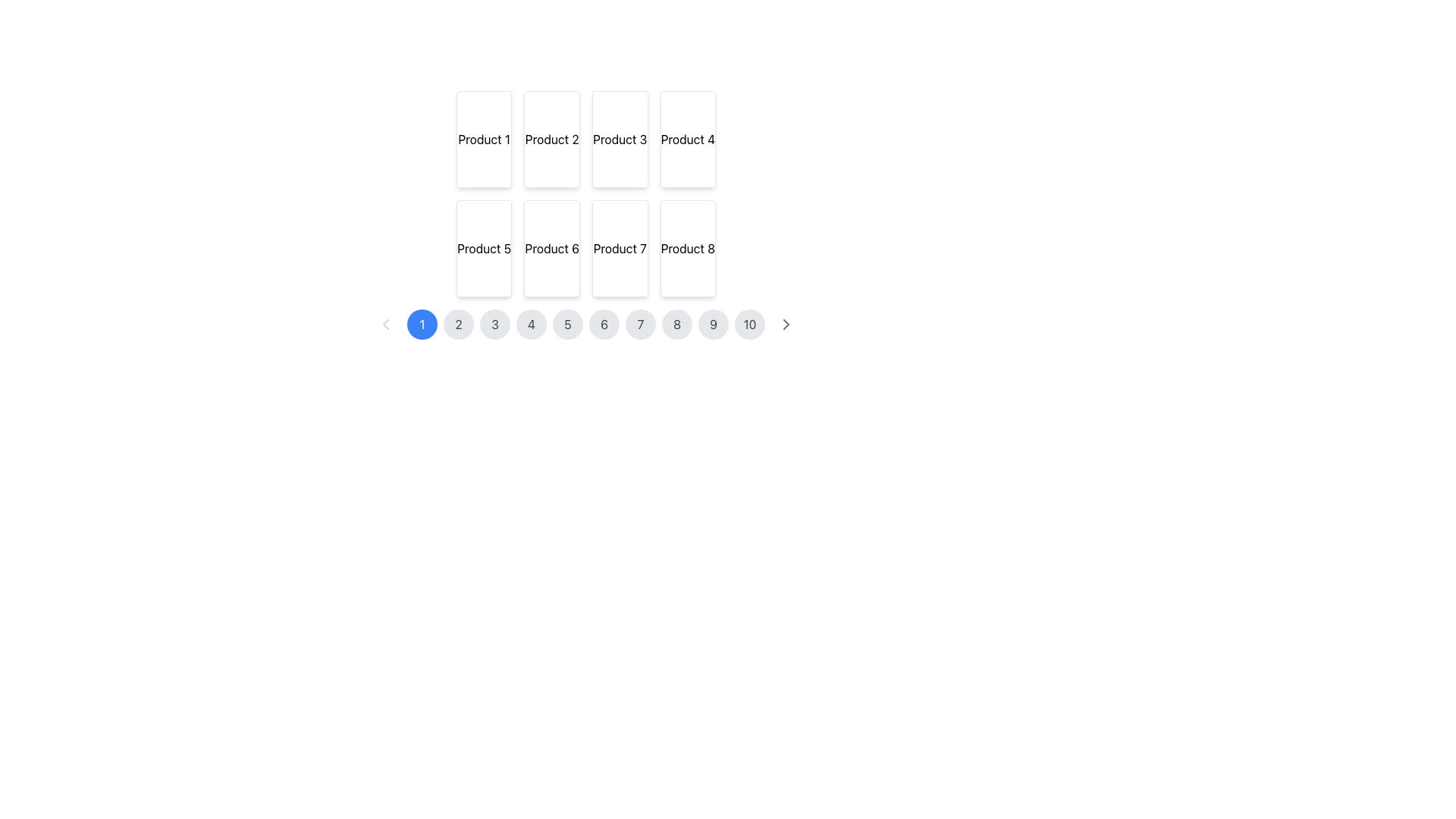 The image size is (1456, 819). Describe the element at coordinates (566, 324) in the screenshot. I see `the pagination button that directs to page 5` at that location.